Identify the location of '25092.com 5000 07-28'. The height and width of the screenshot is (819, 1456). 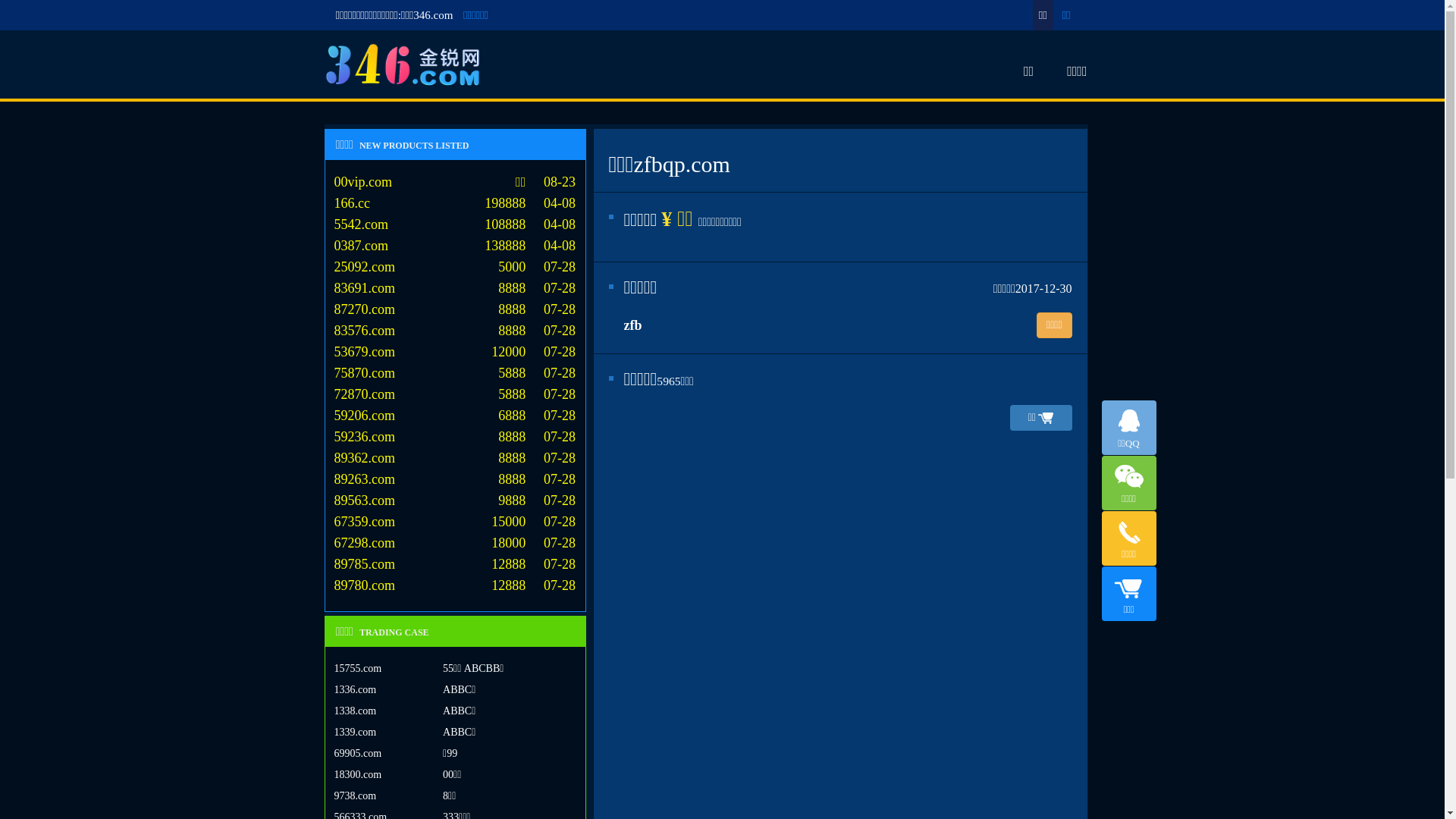
(453, 271).